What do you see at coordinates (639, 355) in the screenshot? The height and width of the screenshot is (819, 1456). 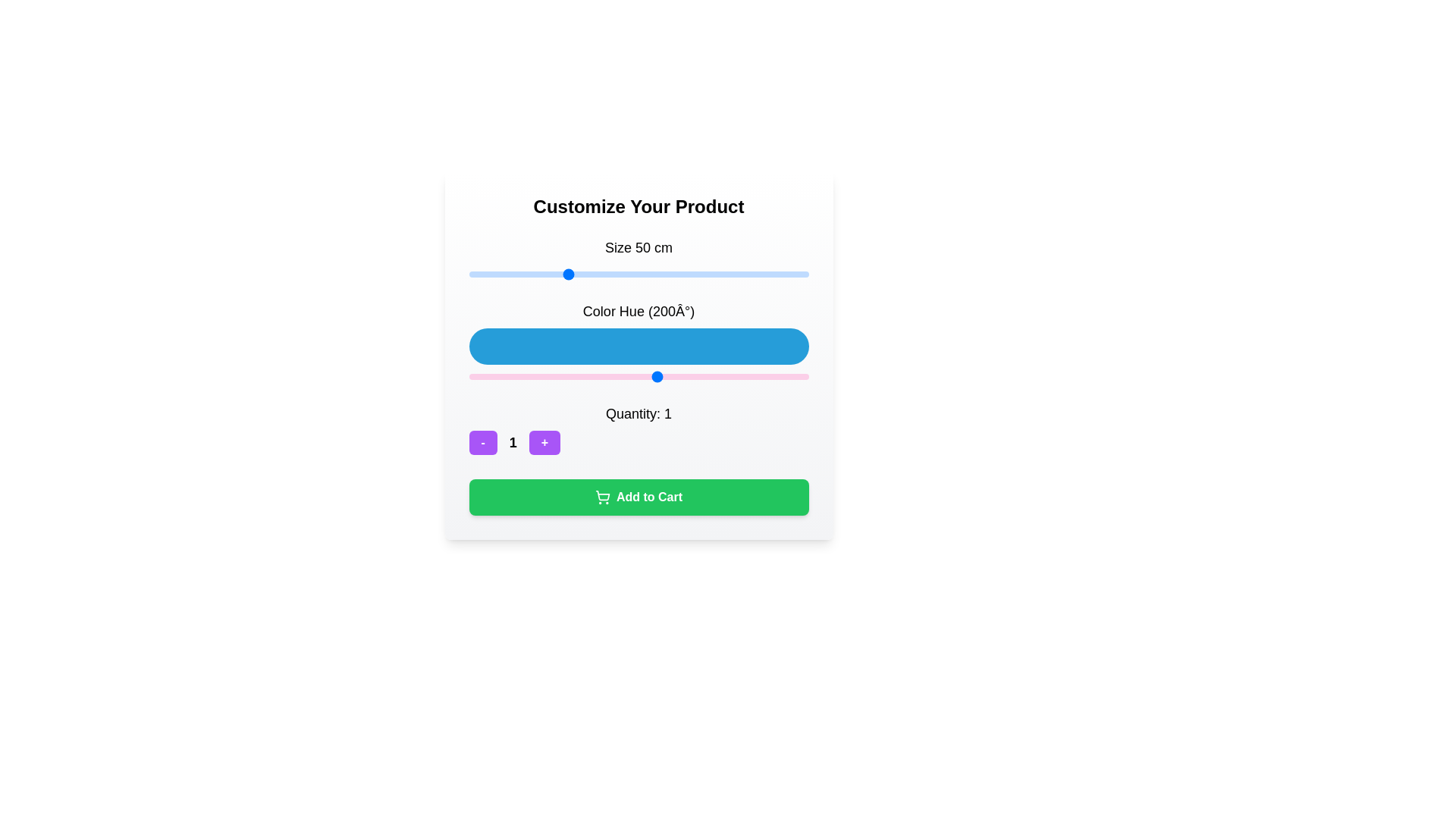 I see `the range slider located beneath the label 'Color Hue (200°)'` at bounding box center [639, 355].